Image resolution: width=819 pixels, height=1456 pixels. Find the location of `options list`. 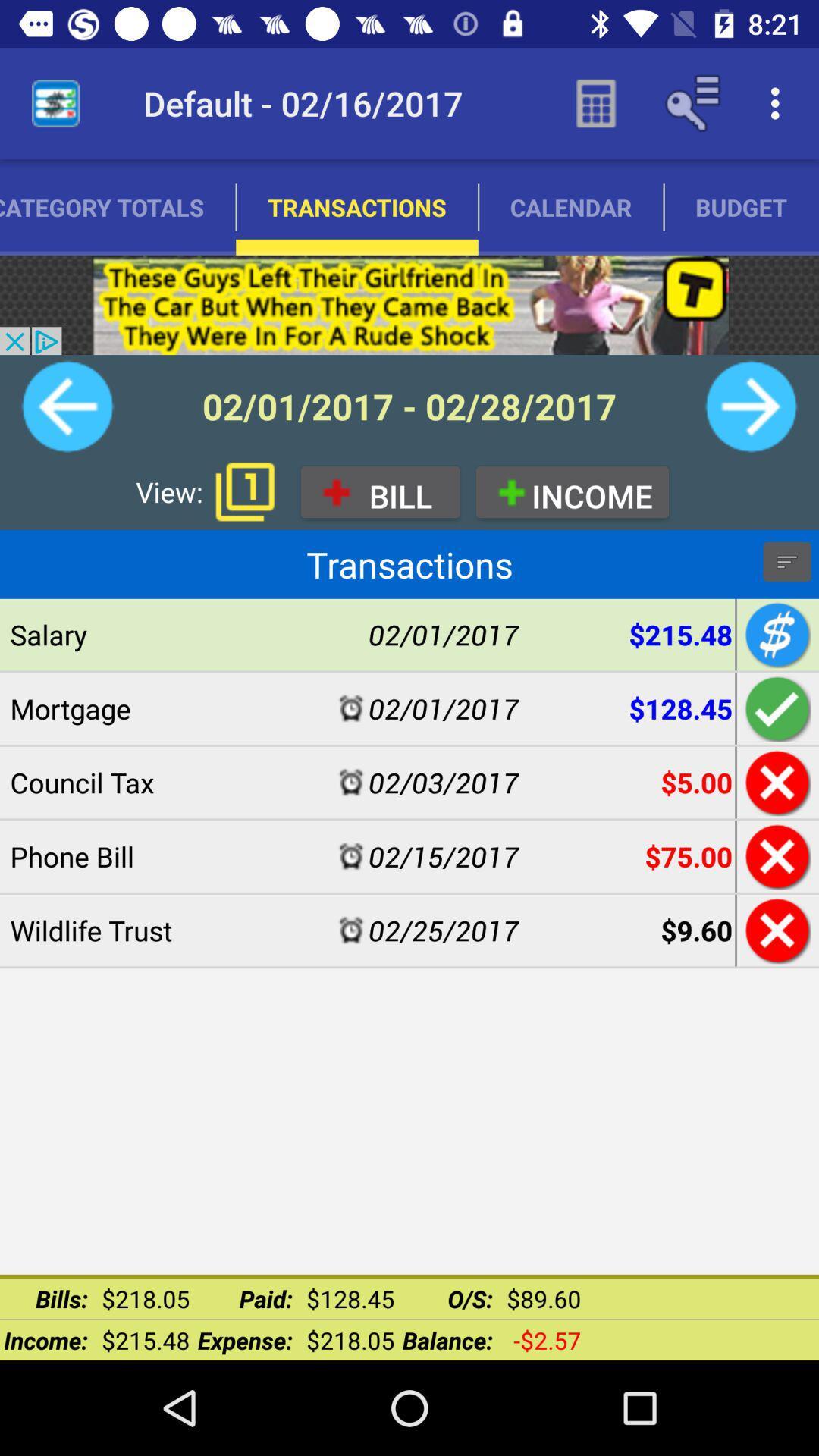

options list is located at coordinates (786, 560).